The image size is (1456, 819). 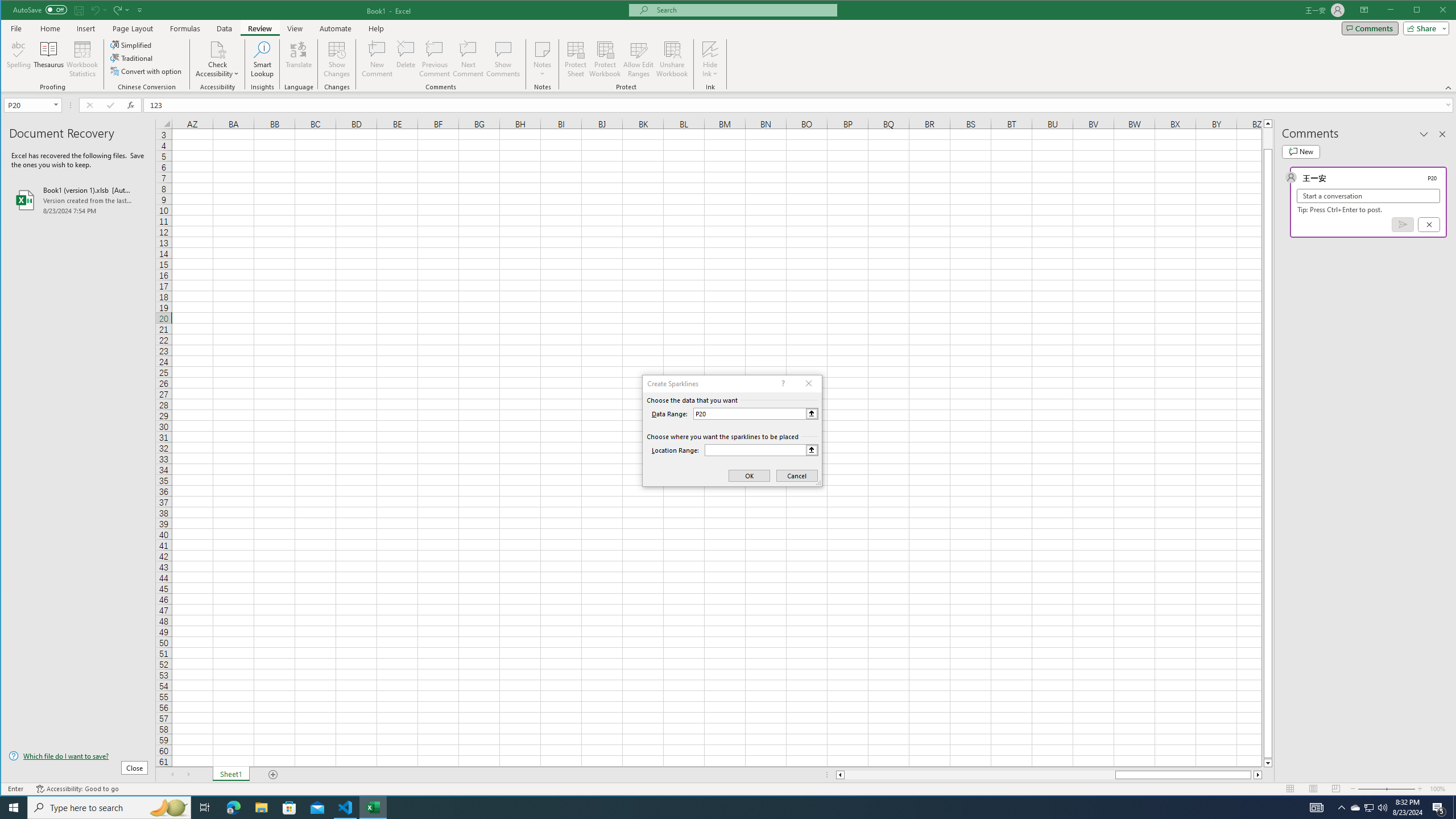 What do you see at coordinates (1423, 134) in the screenshot?
I see `'Task Pane Options'` at bounding box center [1423, 134].